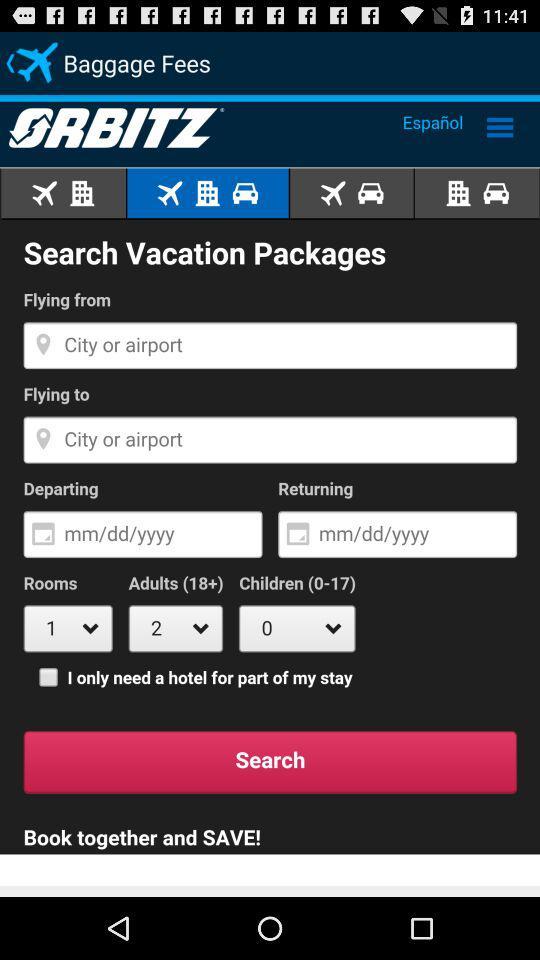 This screenshot has height=960, width=540. Describe the element at coordinates (270, 494) in the screenshot. I see `search for vacations` at that location.